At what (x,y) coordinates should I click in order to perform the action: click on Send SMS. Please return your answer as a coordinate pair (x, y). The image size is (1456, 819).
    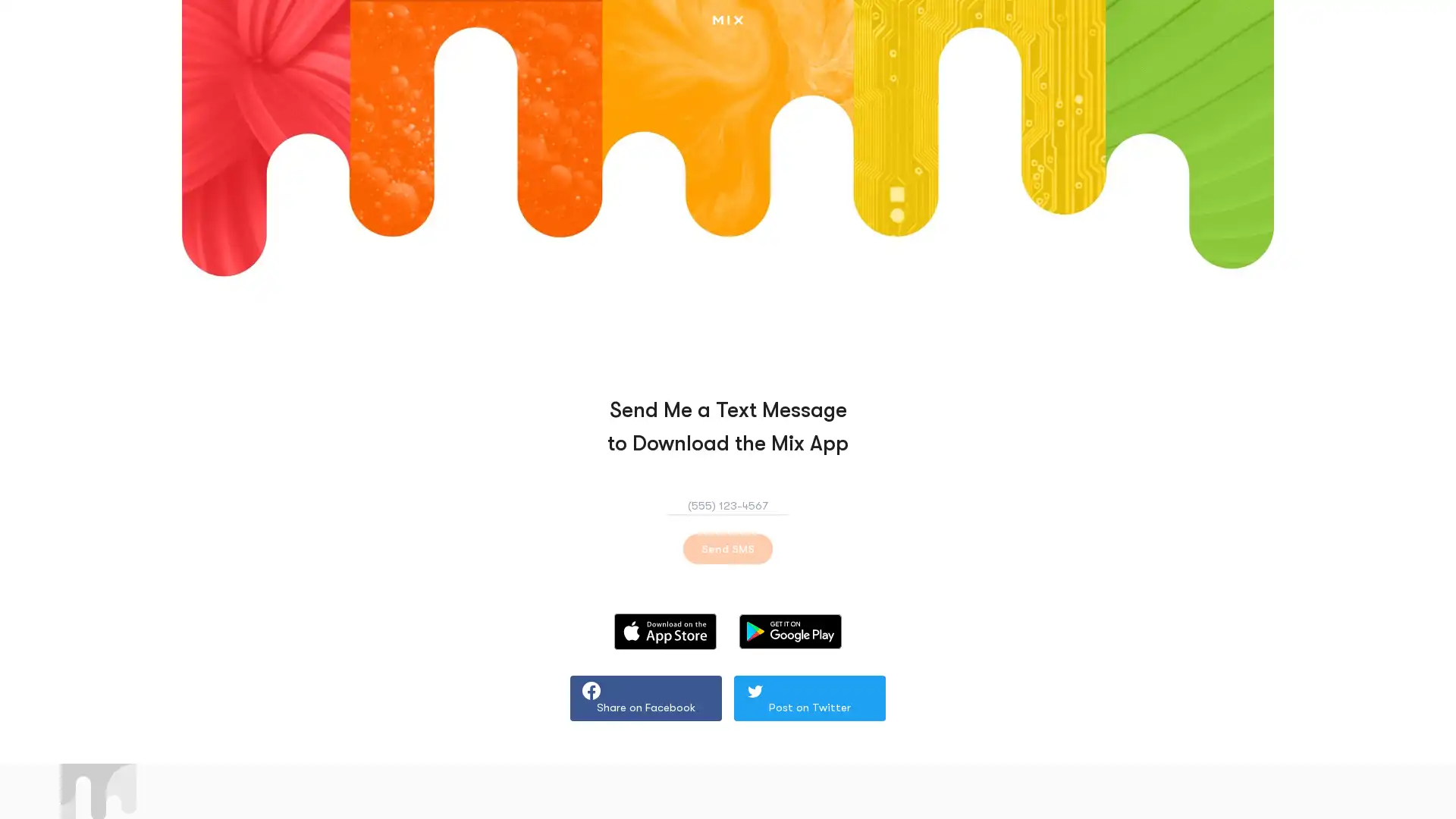
    Looking at the image, I should click on (728, 549).